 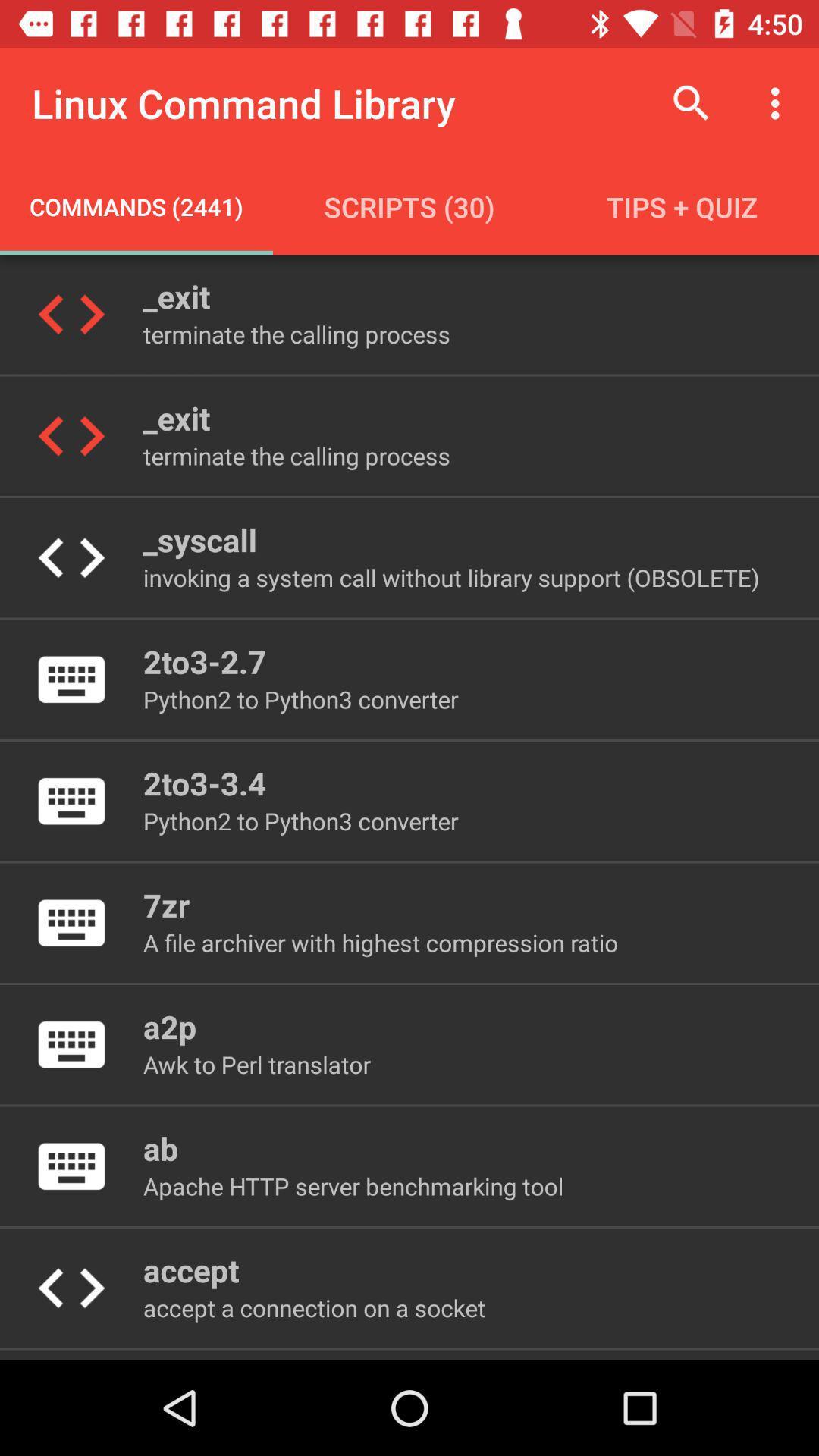 What do you see at coordinates (353, 1185) in the screenshot?
I see `the apache http server item` at bounding box center [353, 1185].